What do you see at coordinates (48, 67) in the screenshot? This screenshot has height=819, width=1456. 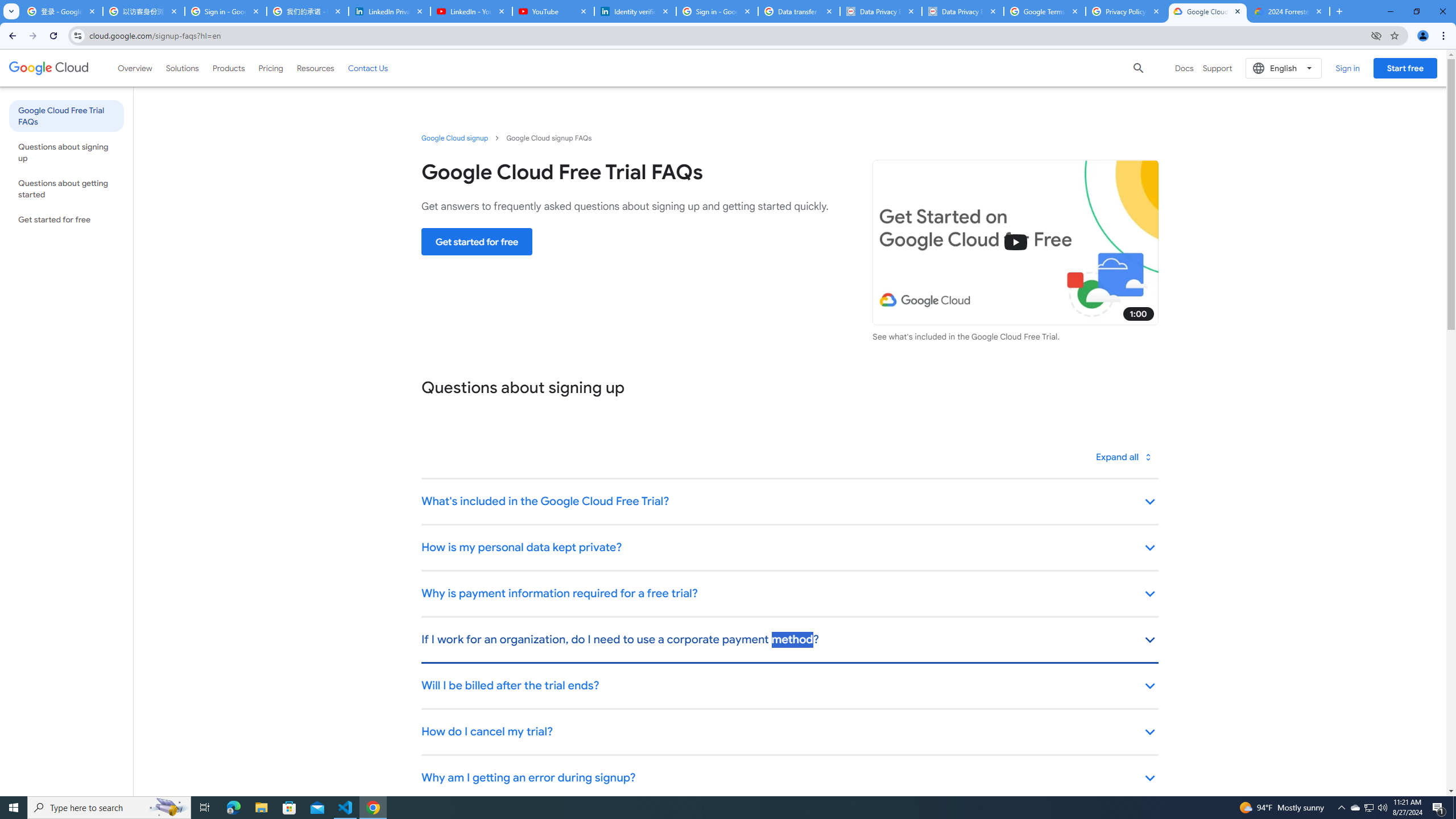 I see `'Google Cloud'` at bounding box center [48, 67].